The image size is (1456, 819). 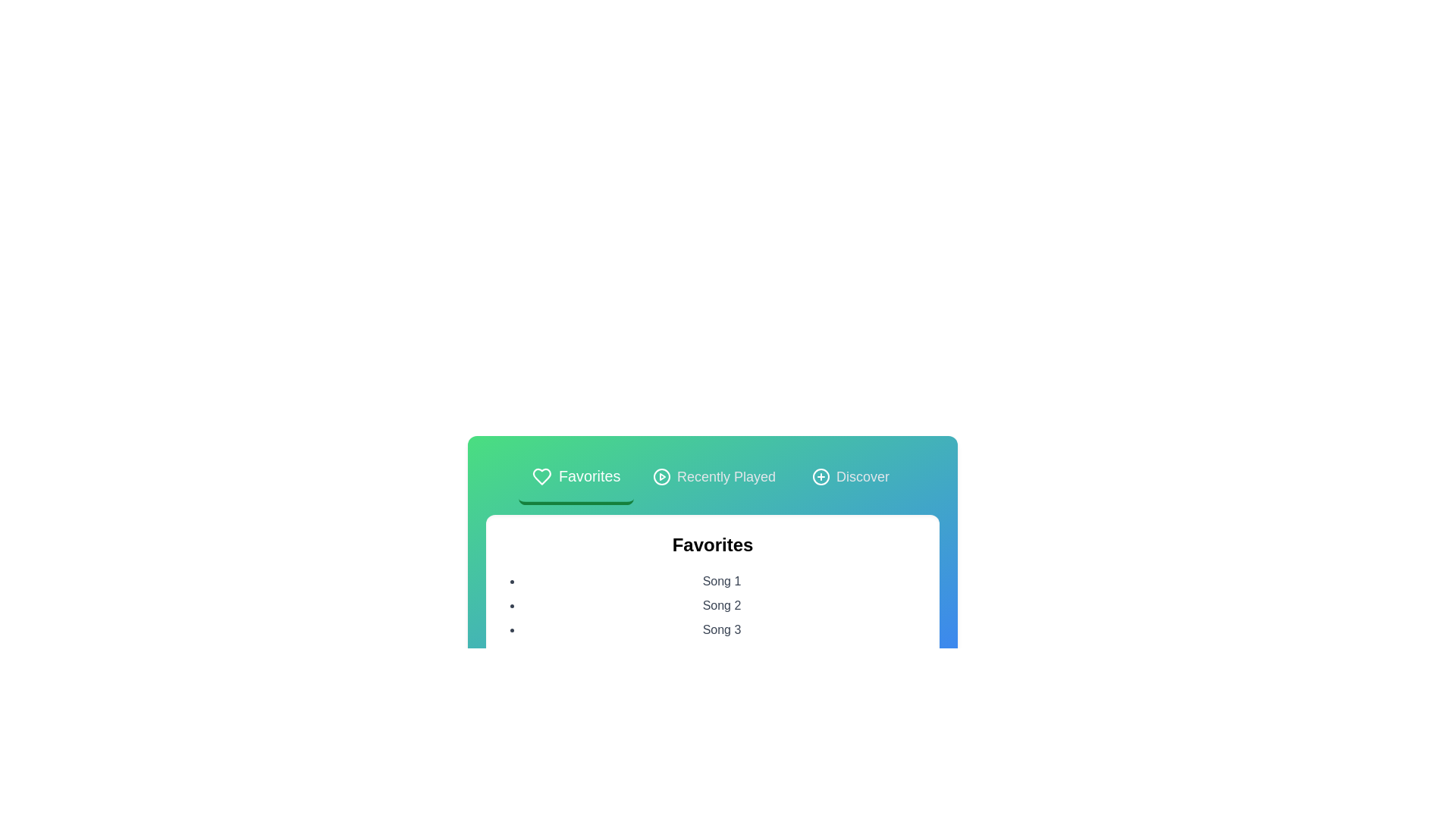 What do you see at coordinates (713, 479) in the screenshot?
I see `the tab corresponding to Recently Played` at bounding box center [713, 479].